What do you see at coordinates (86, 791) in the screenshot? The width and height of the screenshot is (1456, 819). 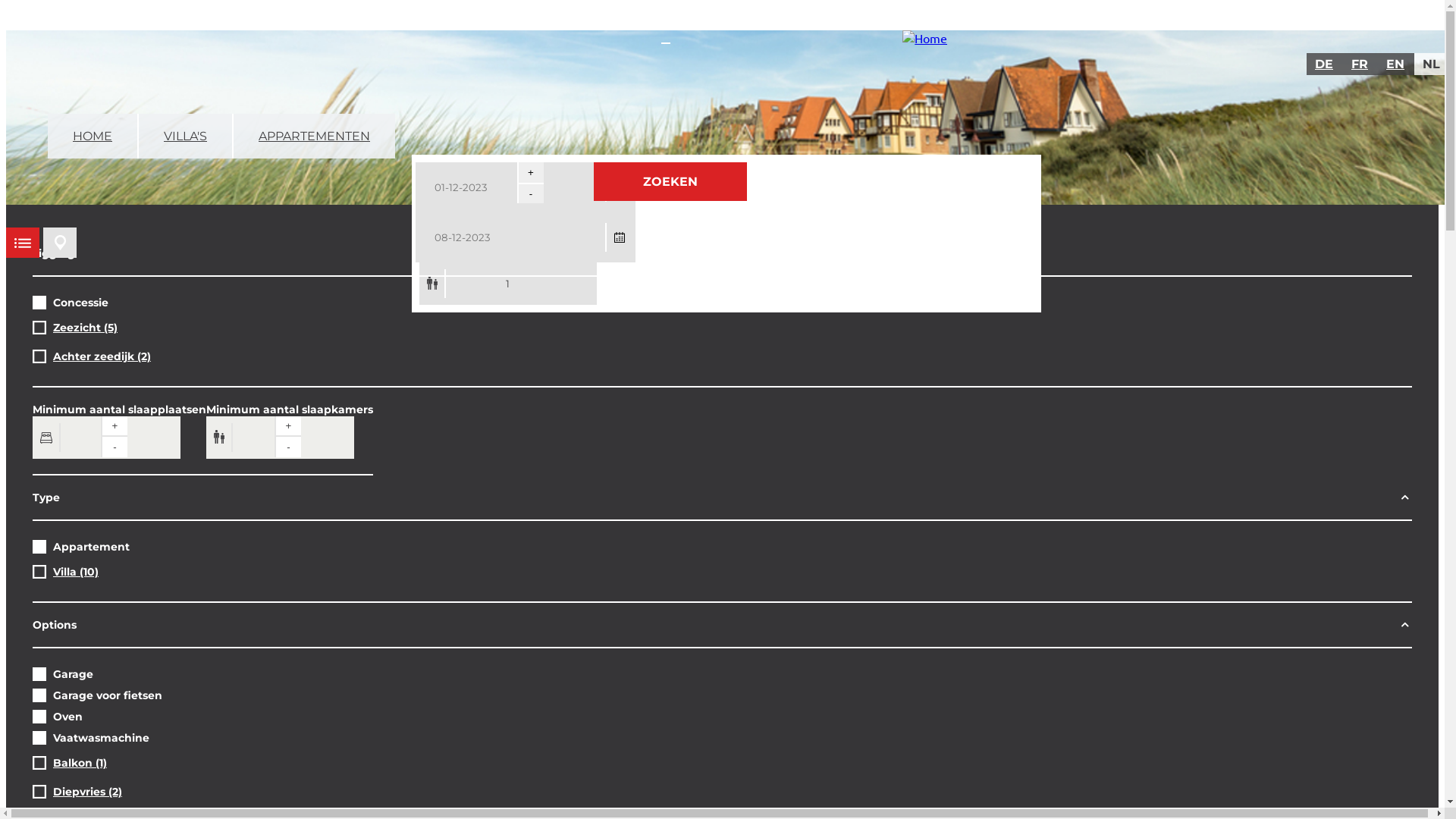 I see `'Diepvries (2)` at bounding box center [86, 791].